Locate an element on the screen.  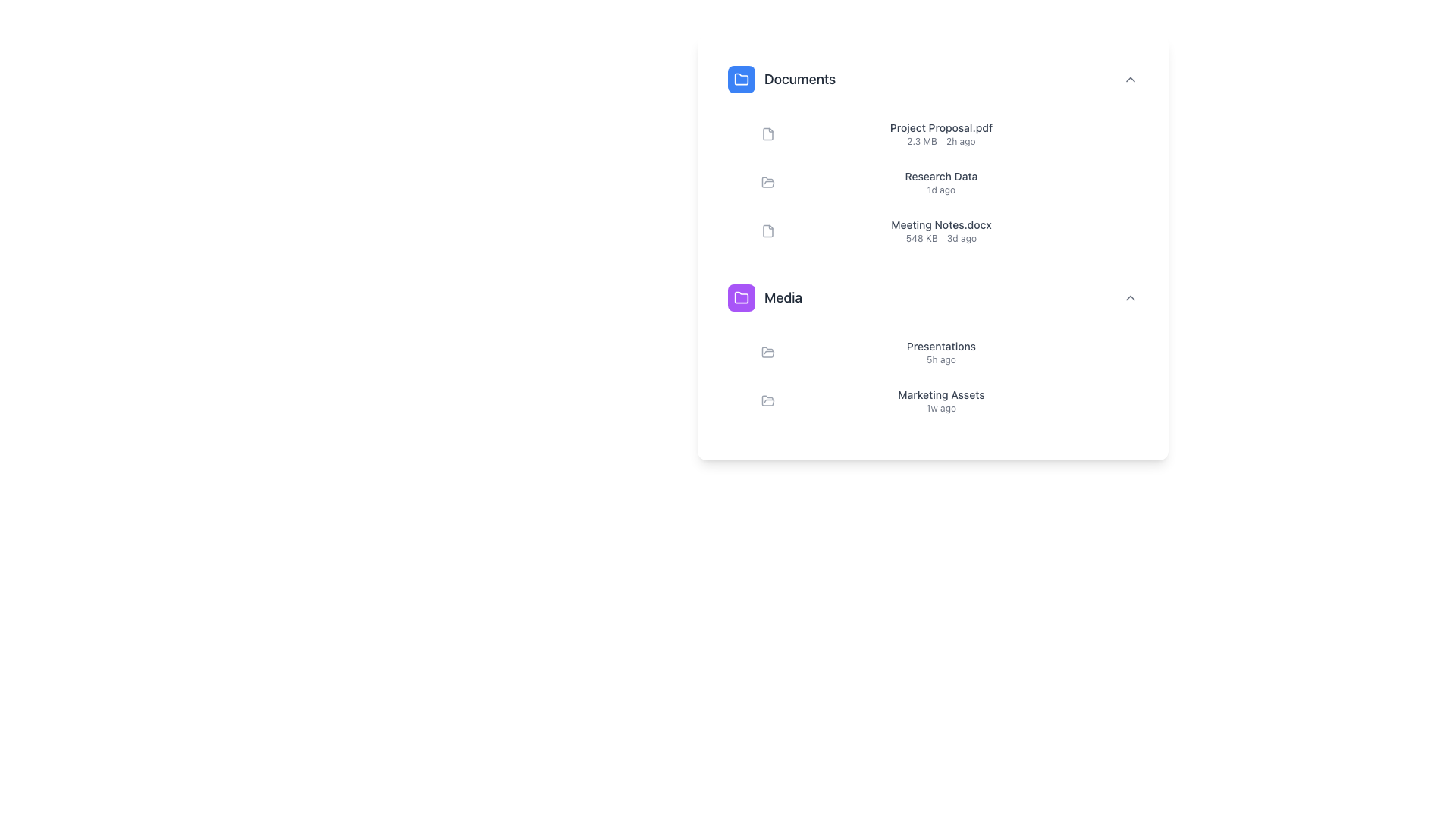
the 'Presentations' text label, which displays a bold title and a timestamp is located at coordinates (940, 353).